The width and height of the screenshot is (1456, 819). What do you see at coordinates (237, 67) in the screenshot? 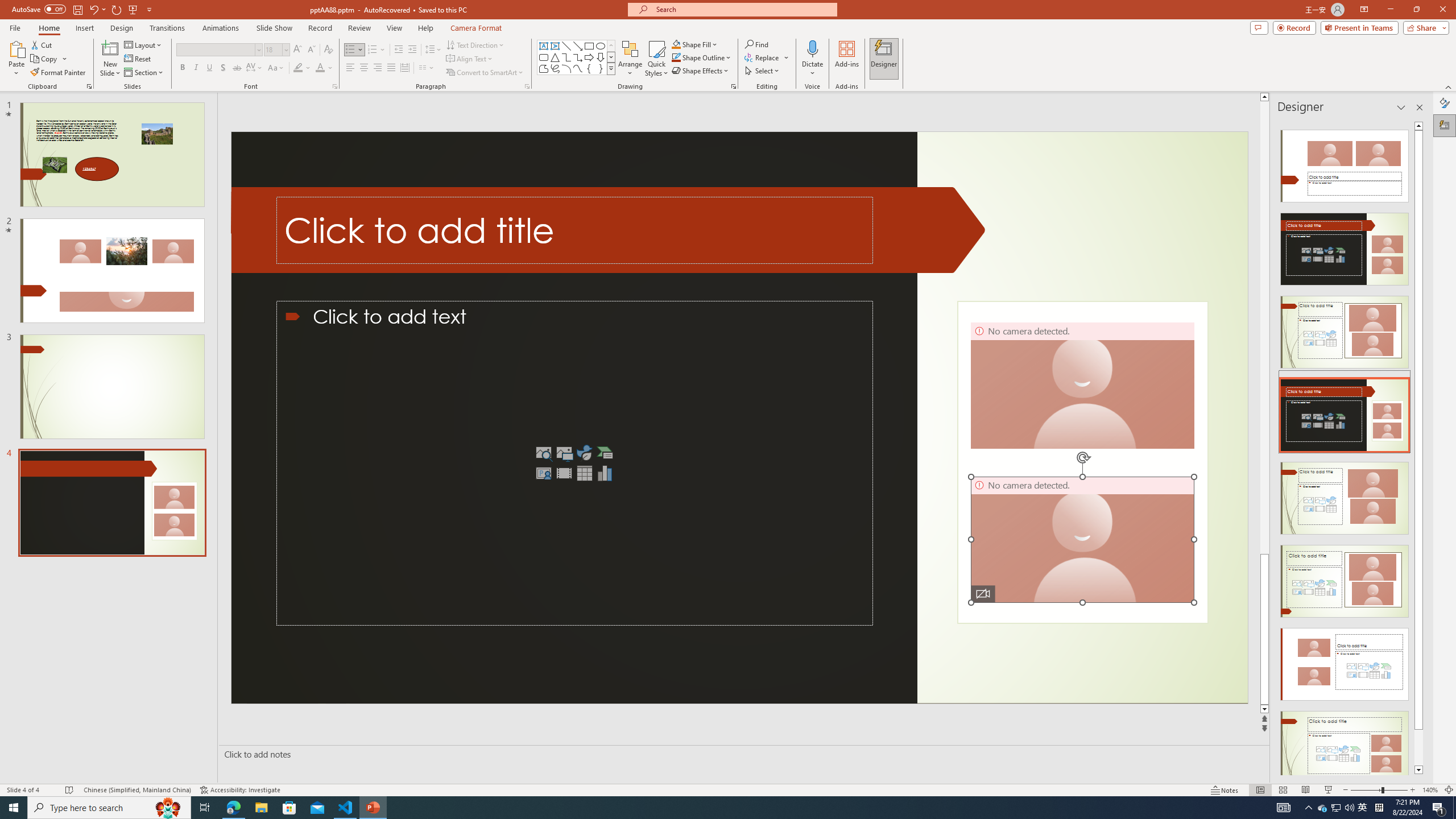
I see `'Strikethrough'` at bounding box center [237, 67].